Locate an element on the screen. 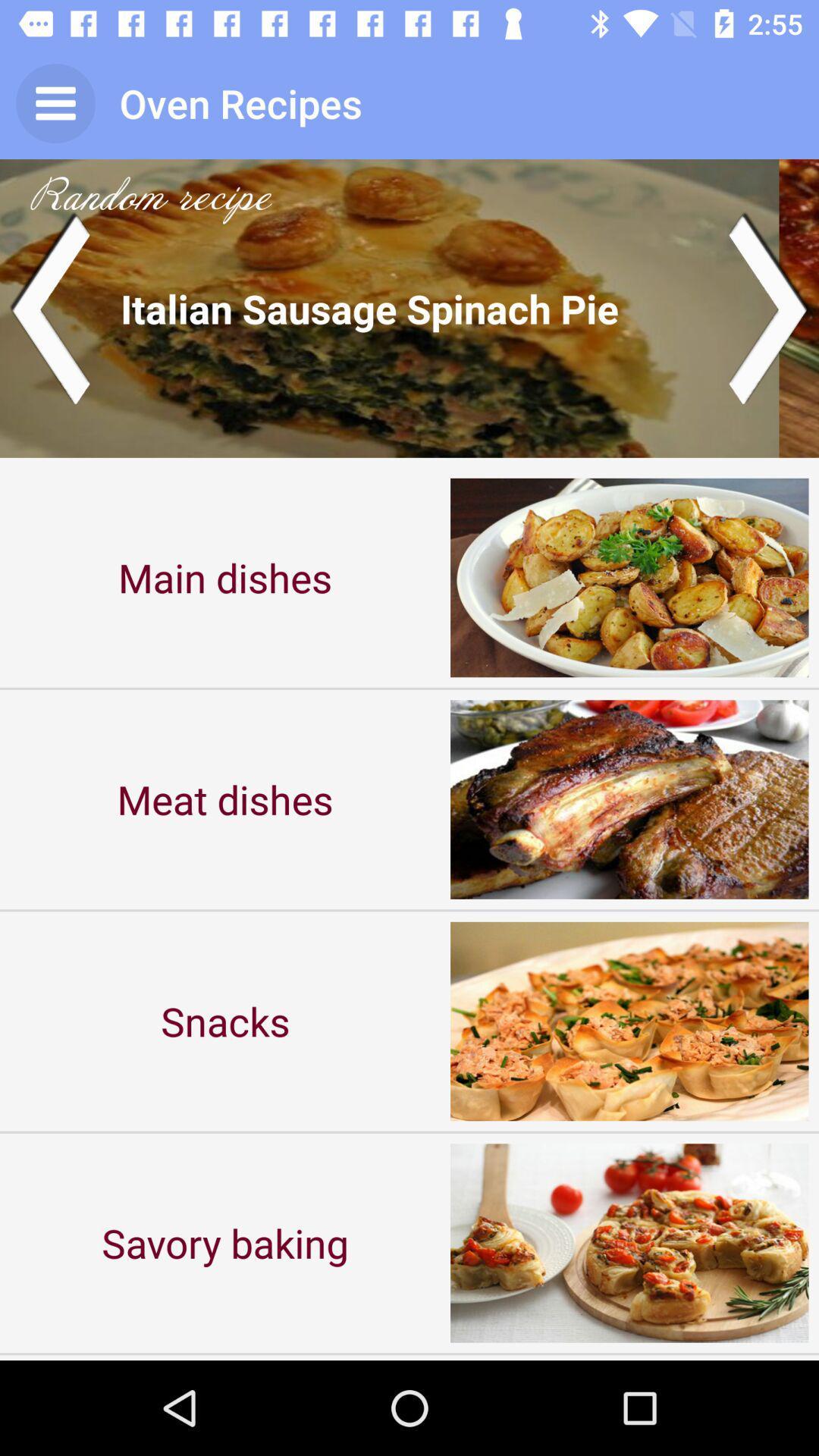 The width and height of the screenshot is (819, 1456). go next is located at coordinates (769, 307).